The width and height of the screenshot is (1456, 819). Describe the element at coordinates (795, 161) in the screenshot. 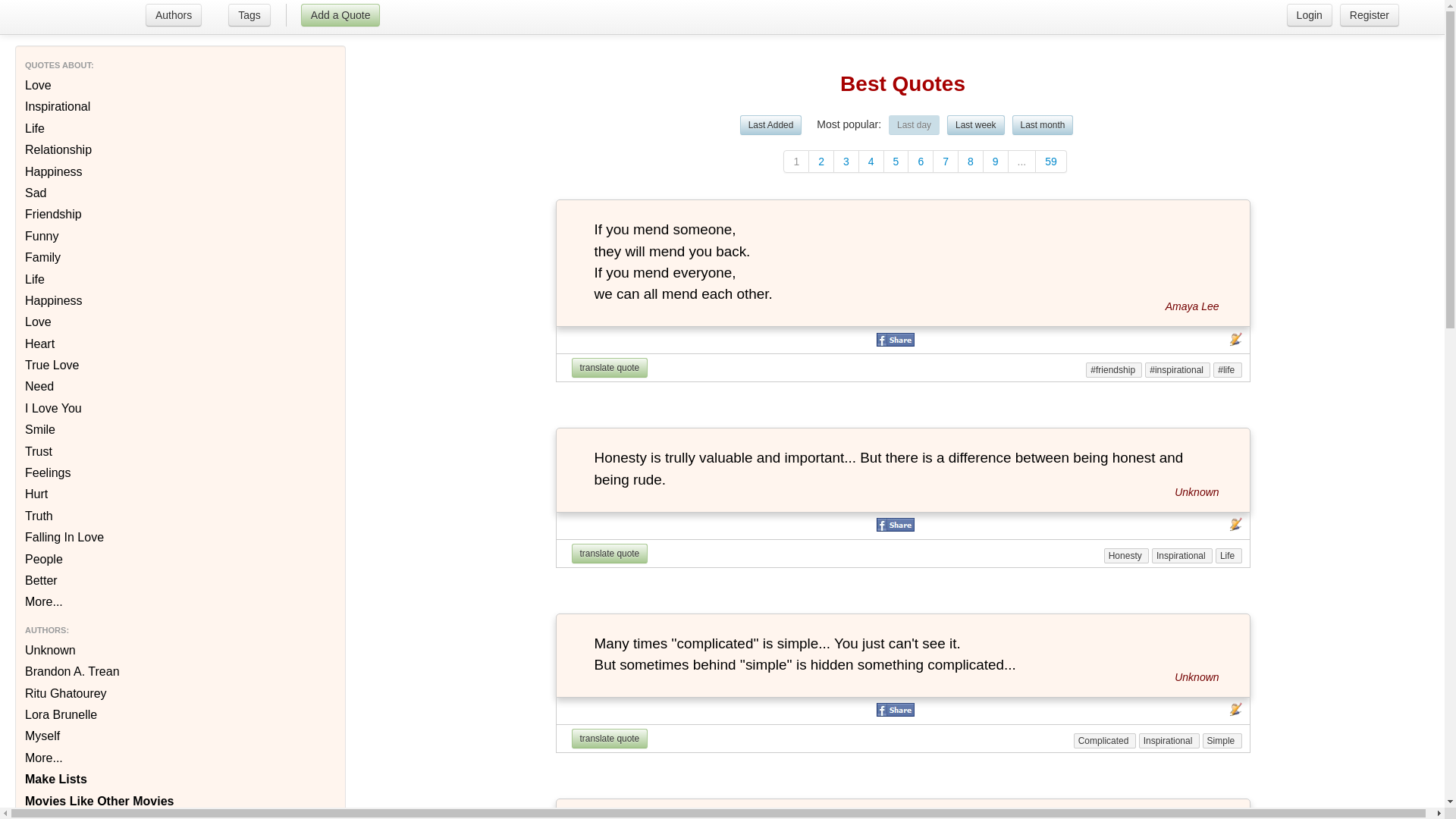

I see `'1'` at that location.